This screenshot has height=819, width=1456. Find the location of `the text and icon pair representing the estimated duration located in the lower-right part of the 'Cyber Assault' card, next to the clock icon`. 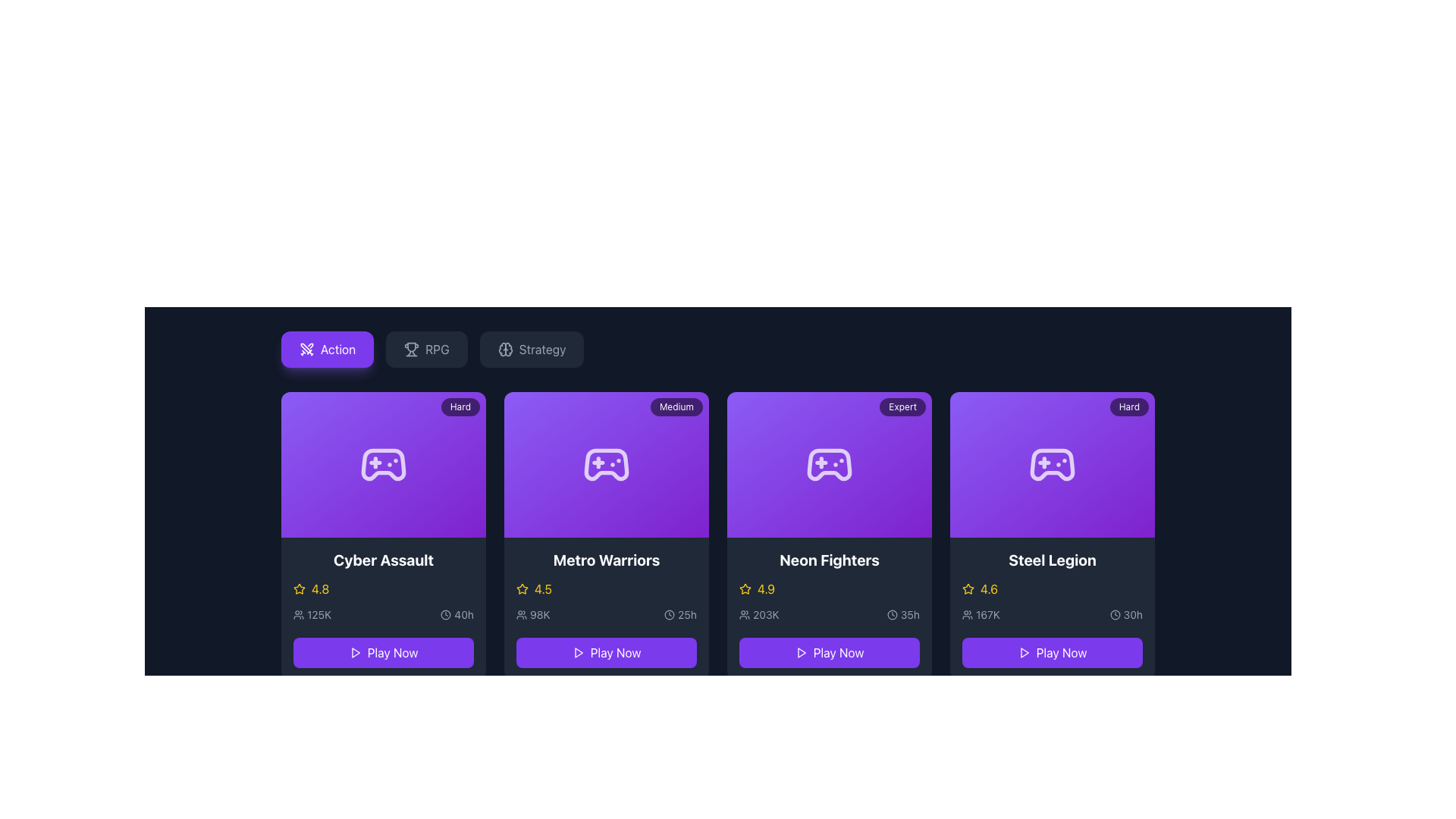

the text and icon pair representing the estimated duration located in the lower-right part of the 'Cyber Assault' card, next to the clock icon is located at coordinates (457, 614).